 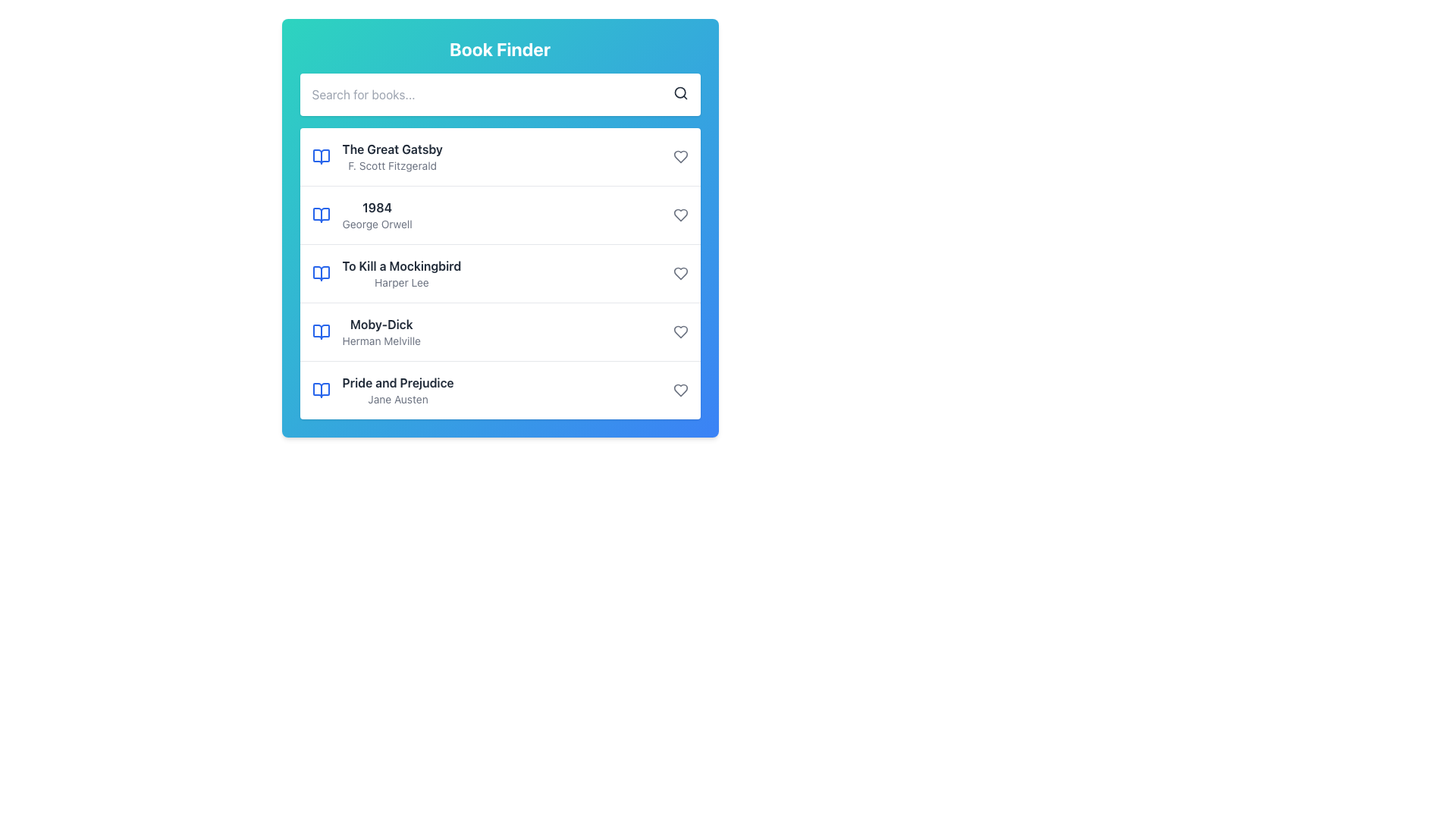 What do you see at coordinates (401, 265) in the screenshot?
I see `the title text of the third book in the vertically listed book selection interface, located above 'Harper Lee' and to the right of the book icon, to interact with the associated action` at bounding box center [401, 265].